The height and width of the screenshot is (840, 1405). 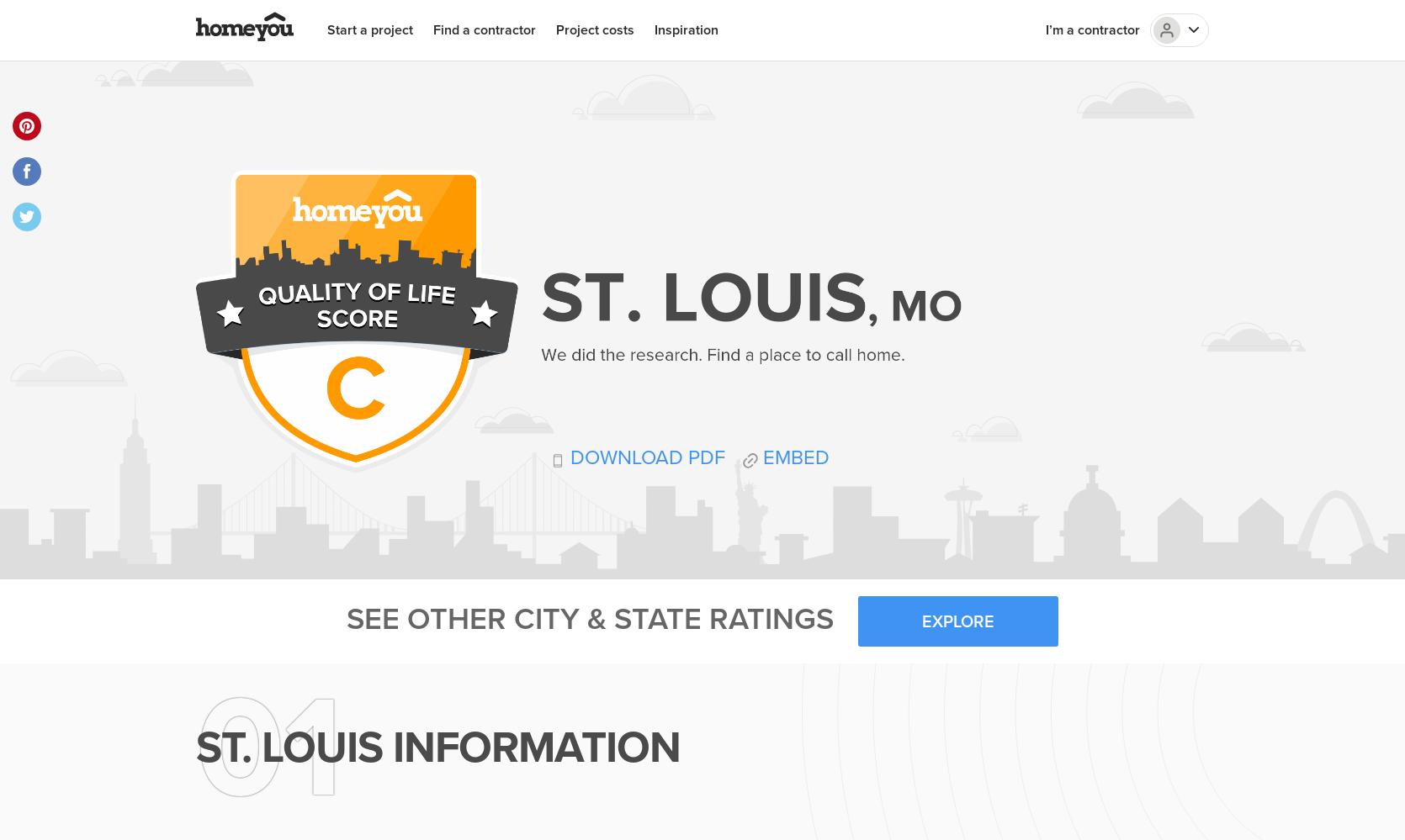 I want to click on 'St. Louis INFORMATION', so click(x=438, y=748).